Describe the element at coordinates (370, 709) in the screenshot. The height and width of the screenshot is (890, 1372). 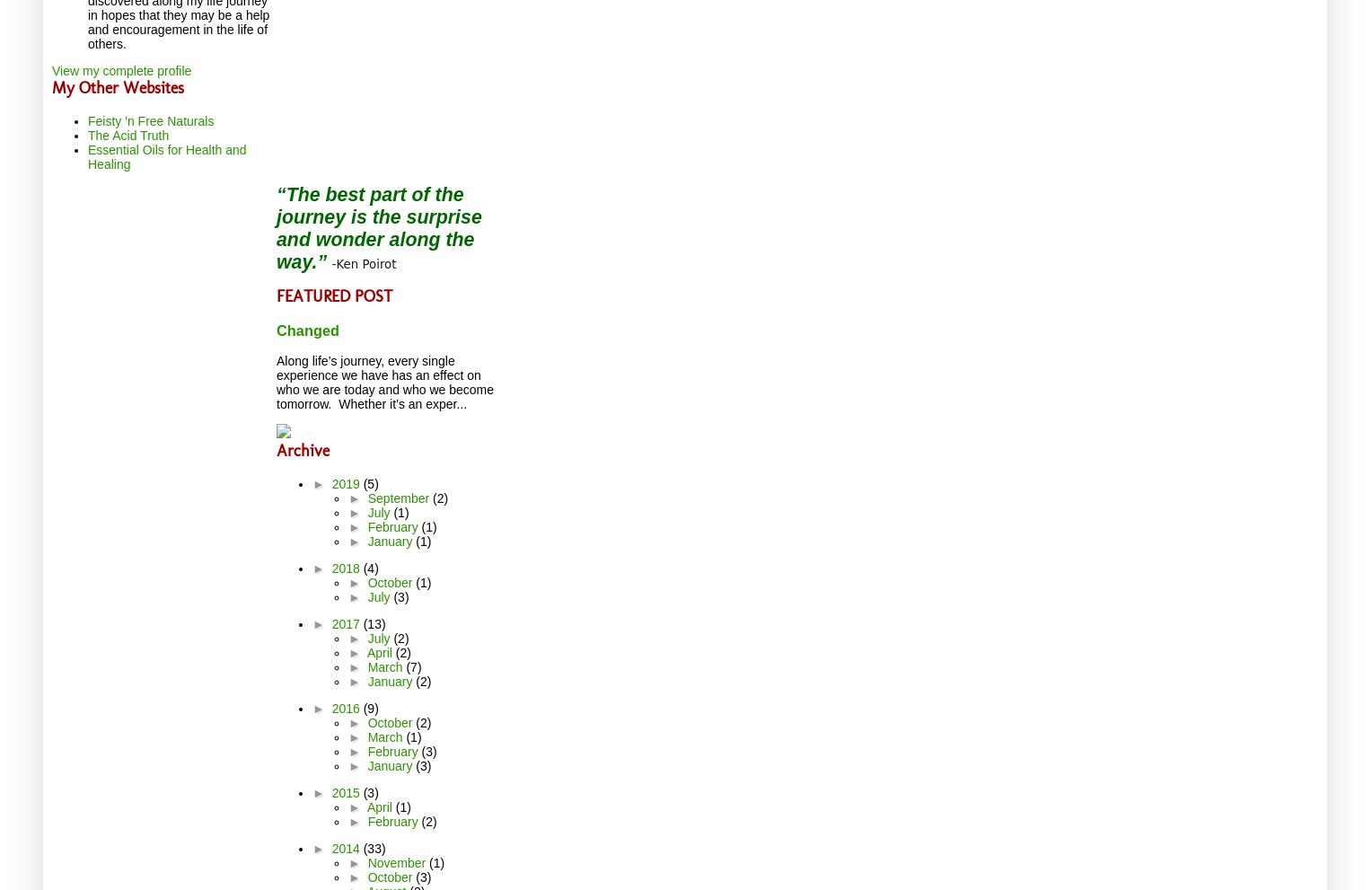
I see `'(9)'` at that location.